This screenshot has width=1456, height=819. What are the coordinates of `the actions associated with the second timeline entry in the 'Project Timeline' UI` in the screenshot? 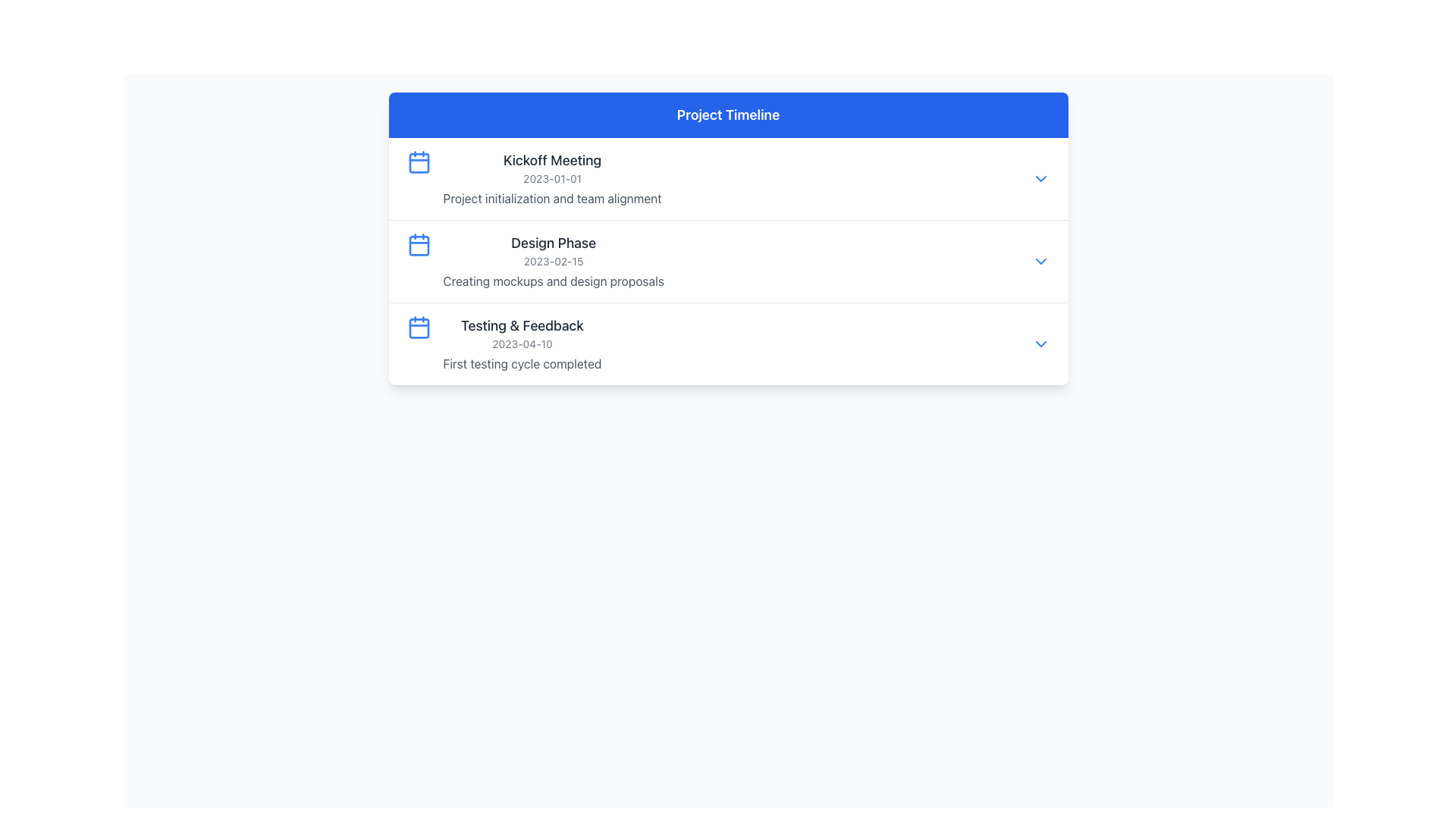 It's located at (728, 260).